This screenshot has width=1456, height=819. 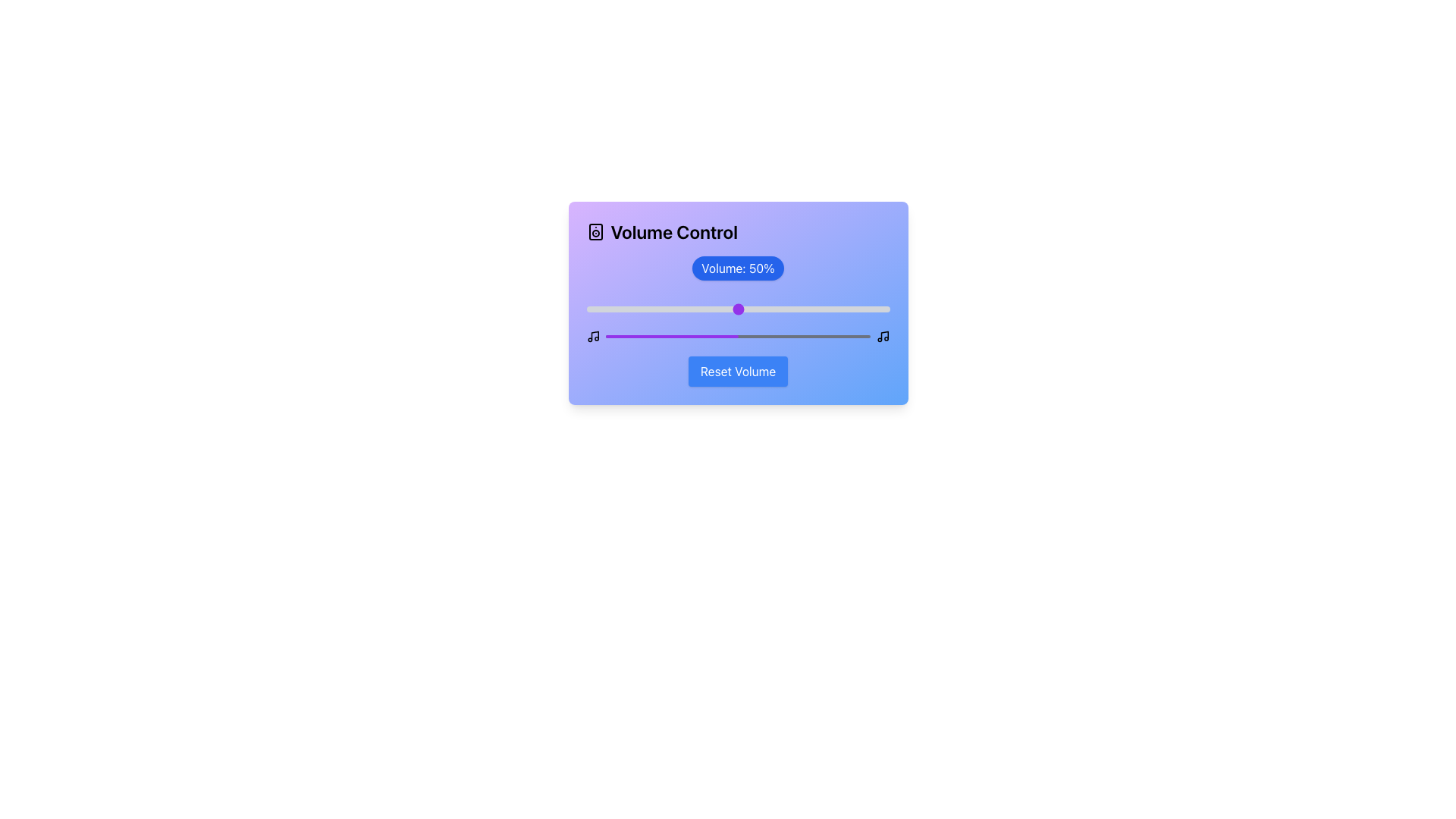 What do you see at coordinates (738, 383) in the screenshot?
I see `the 'Volume Control' panel to receive interactive feedback, which includes a gradient header and a circular volume button` at bounding box center [738, 383].